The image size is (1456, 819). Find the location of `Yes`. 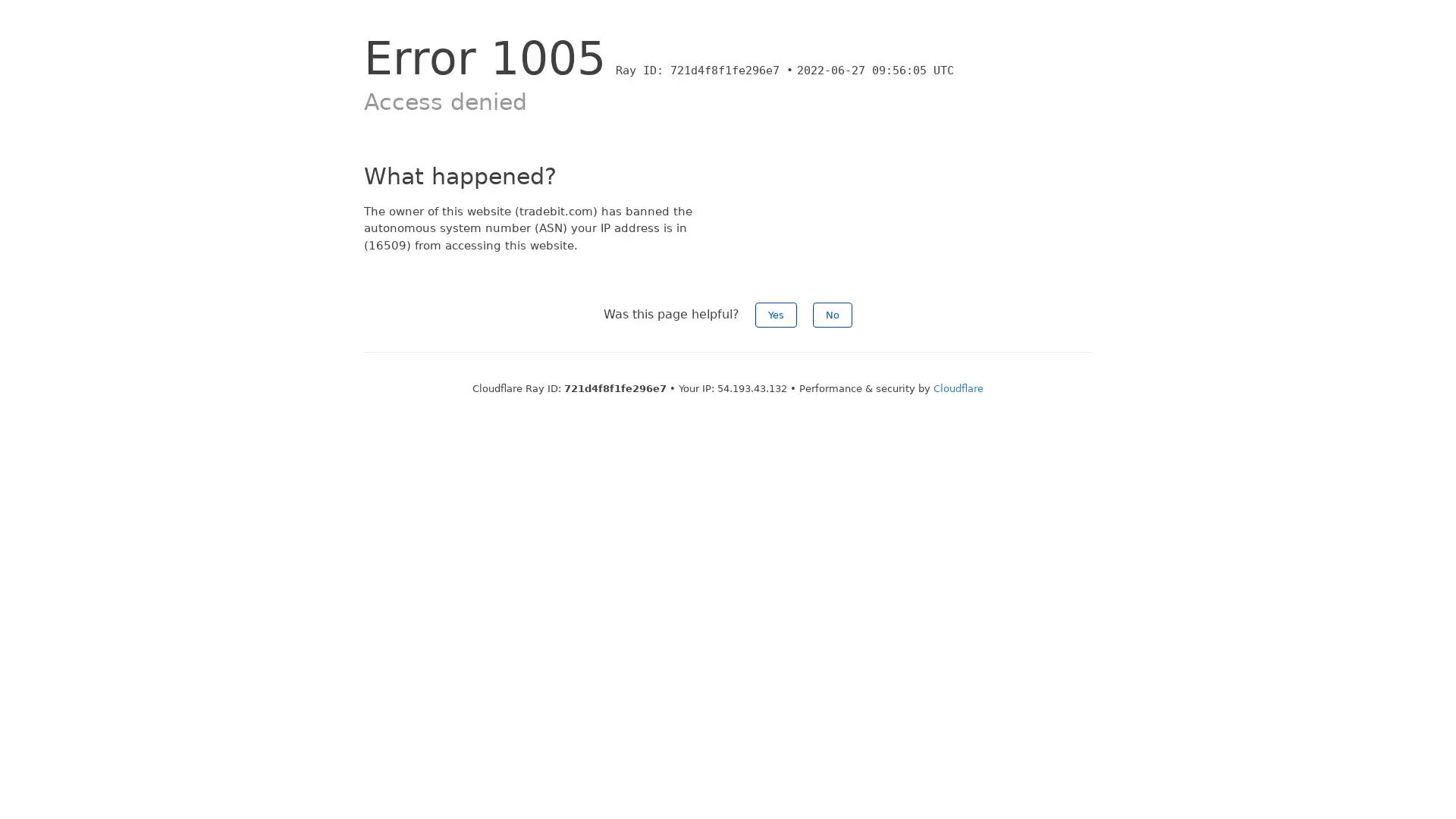

Yes is located at coordinates (776, 314).